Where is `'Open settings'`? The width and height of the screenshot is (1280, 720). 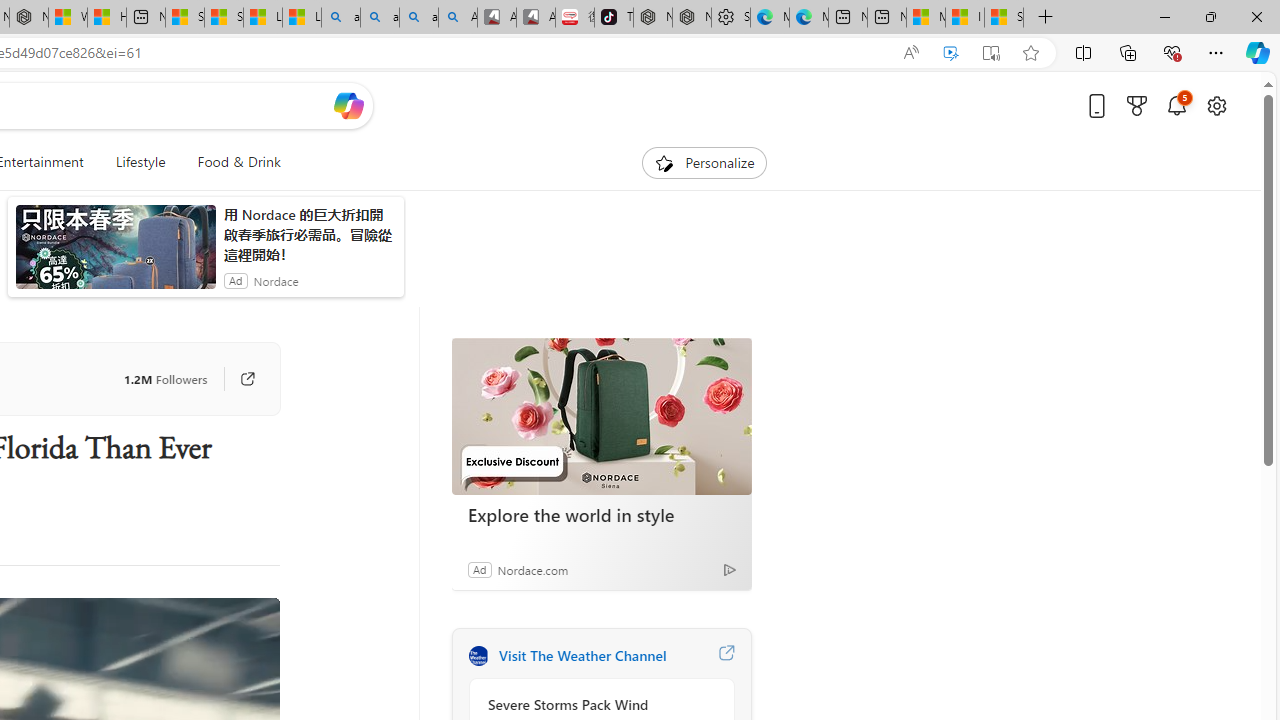 'Open settings' is located at coordinates (1215, 105).